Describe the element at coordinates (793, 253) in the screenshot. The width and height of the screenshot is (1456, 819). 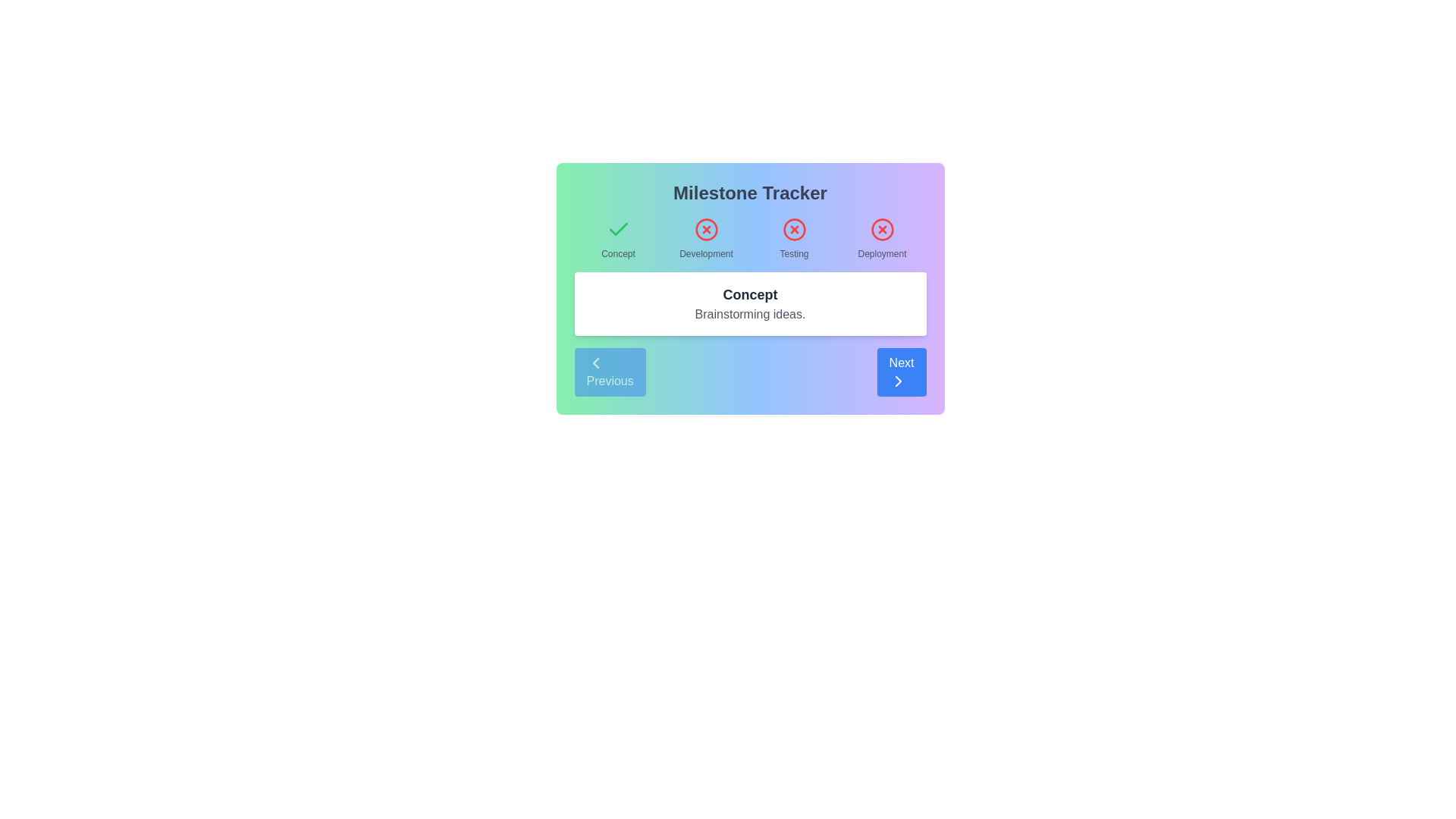
I see `the static text label displaying 'Testing', which is located below the red 'X' icon in the milestone tracker layout` at that location.